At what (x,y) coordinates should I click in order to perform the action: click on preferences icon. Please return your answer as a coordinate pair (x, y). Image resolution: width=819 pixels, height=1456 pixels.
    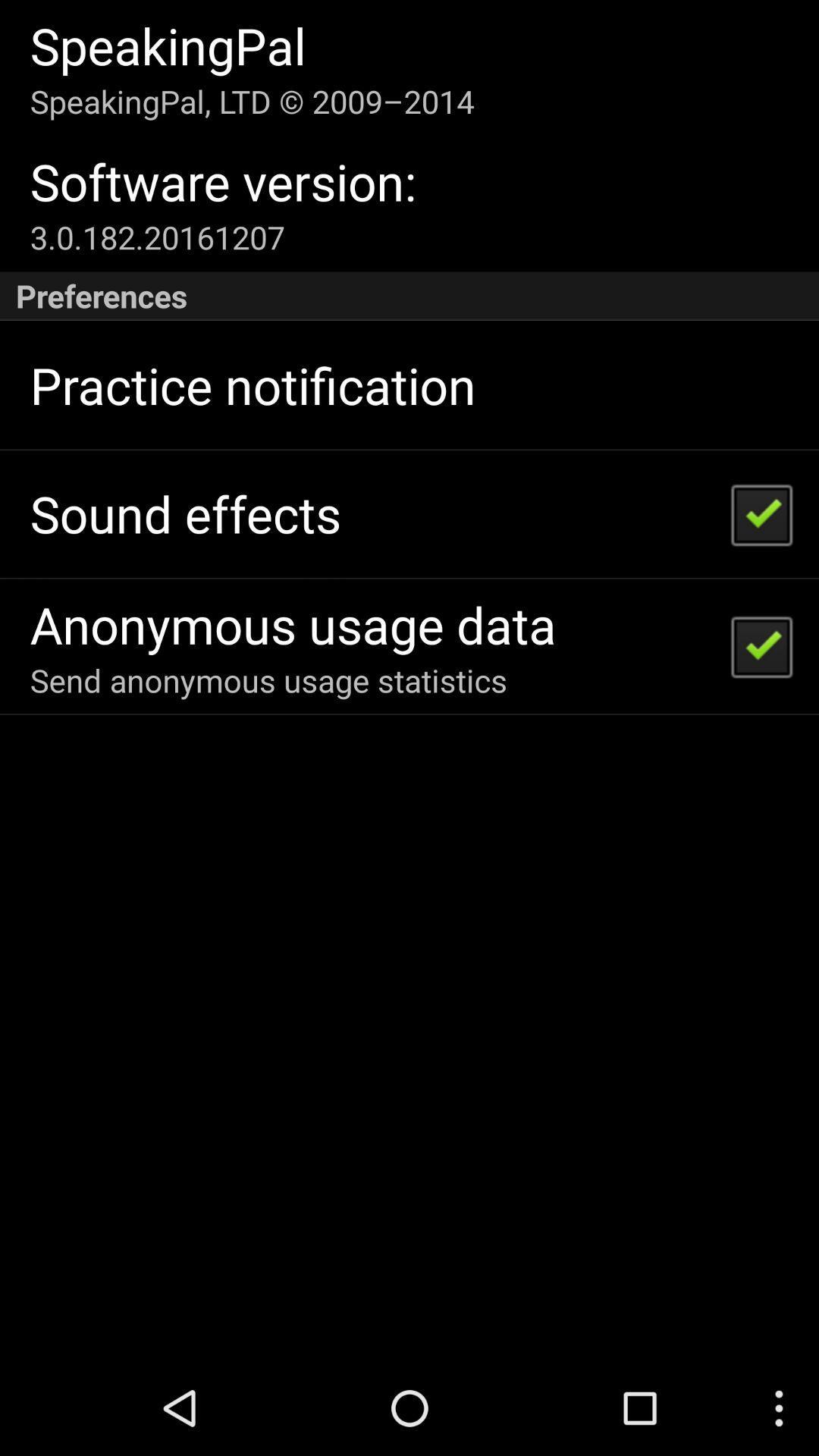
    Looking at the image, I should click on (409, 296).